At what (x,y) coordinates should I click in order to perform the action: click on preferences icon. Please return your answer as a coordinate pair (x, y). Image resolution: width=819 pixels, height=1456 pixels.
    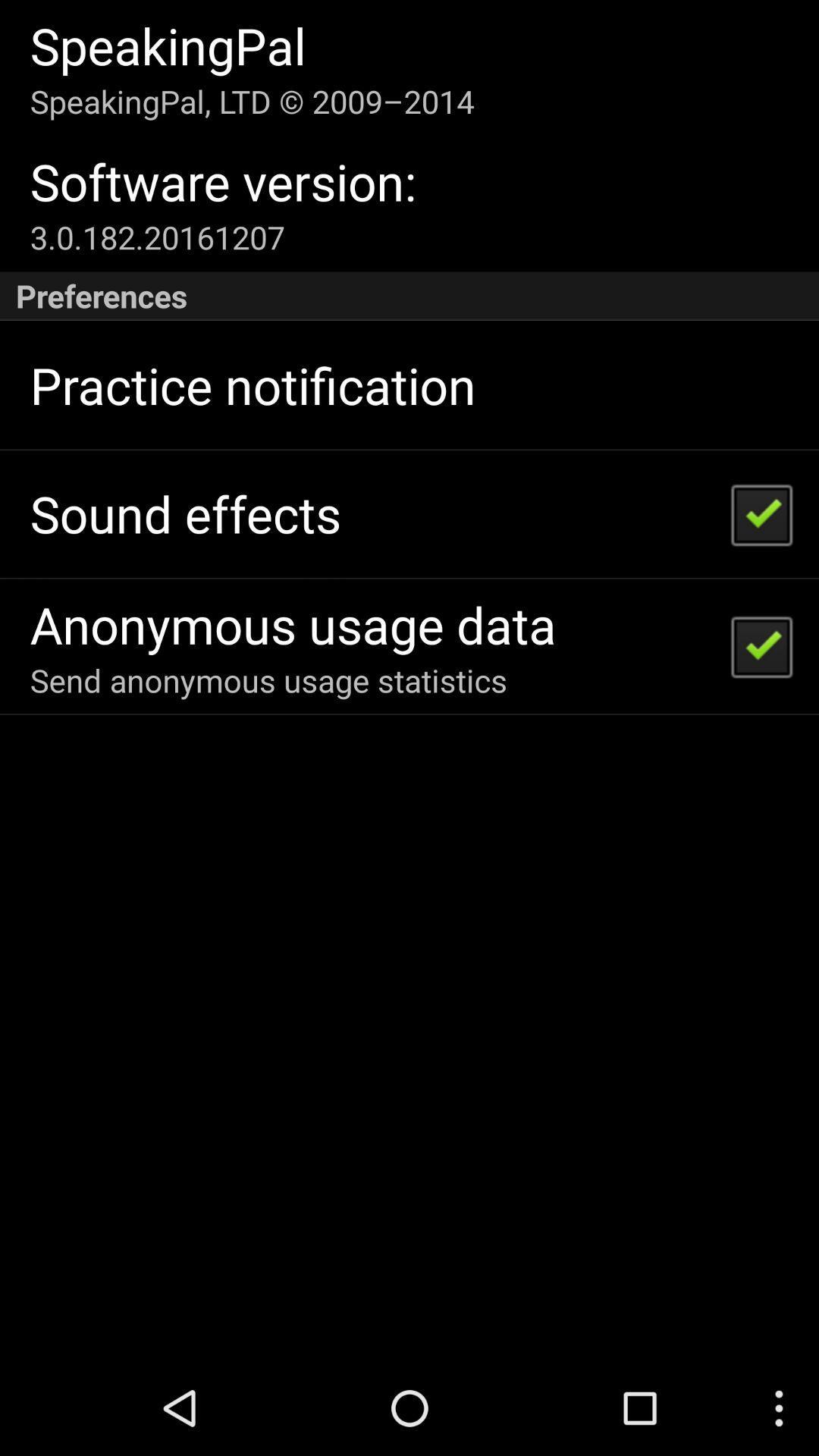
    Looking at the image, I should click on (409, 296).